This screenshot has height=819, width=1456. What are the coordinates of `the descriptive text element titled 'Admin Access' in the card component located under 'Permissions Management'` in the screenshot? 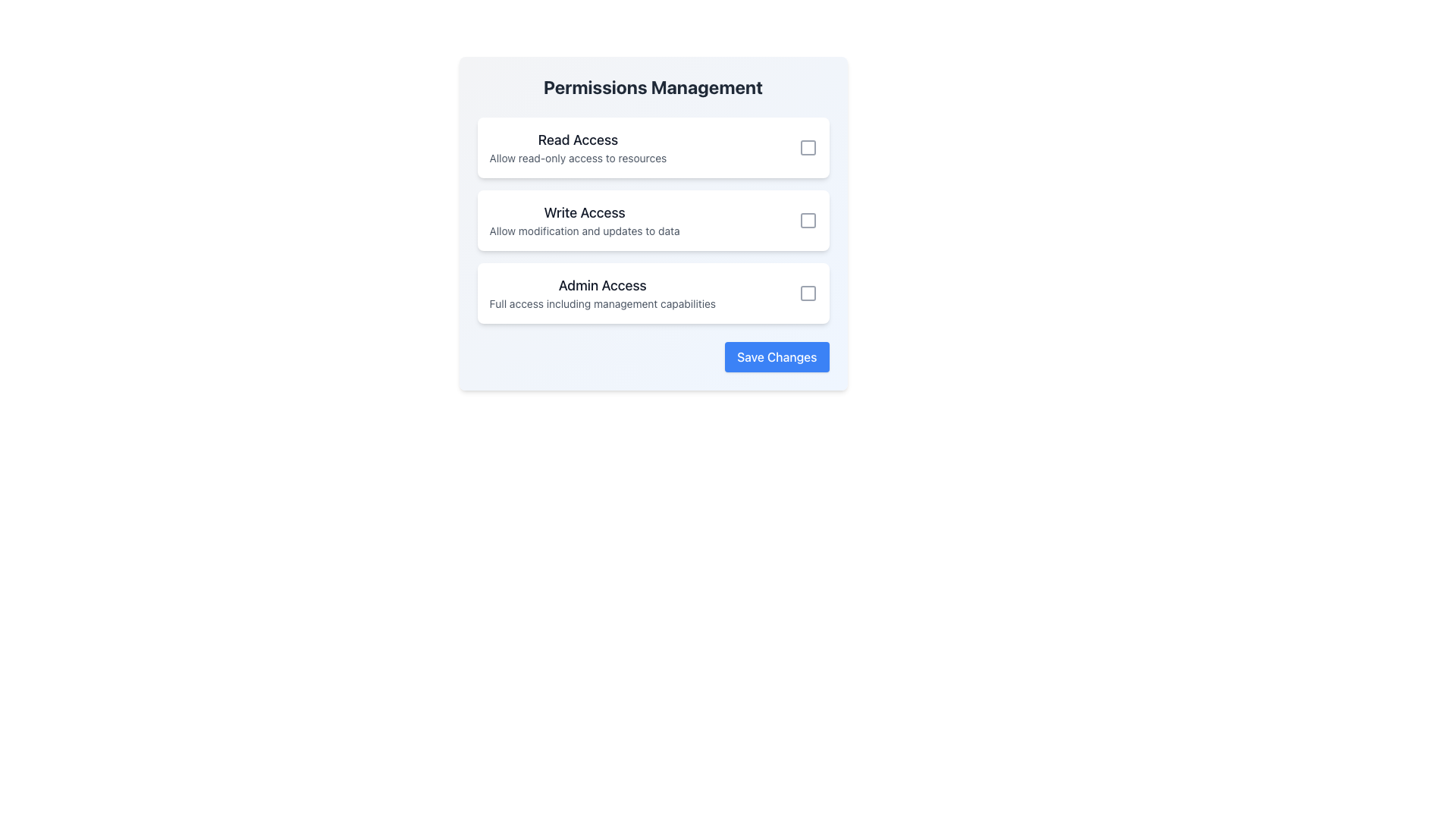 It's located at (601, 293).